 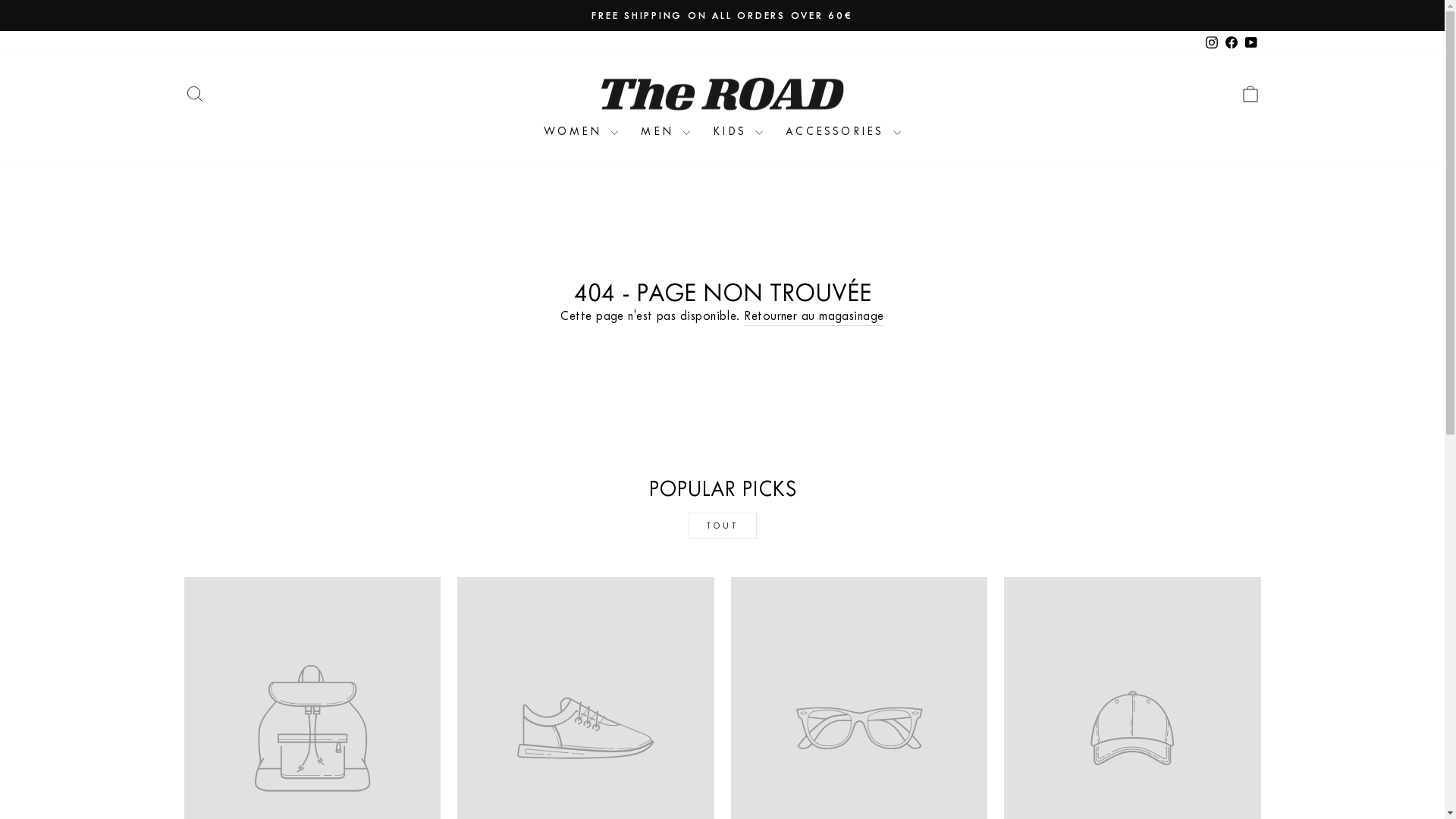 What do you see at coordinates (1230, 42) in the screenshot?
I see `'Facebook'` at bounding box center [1230, 42].